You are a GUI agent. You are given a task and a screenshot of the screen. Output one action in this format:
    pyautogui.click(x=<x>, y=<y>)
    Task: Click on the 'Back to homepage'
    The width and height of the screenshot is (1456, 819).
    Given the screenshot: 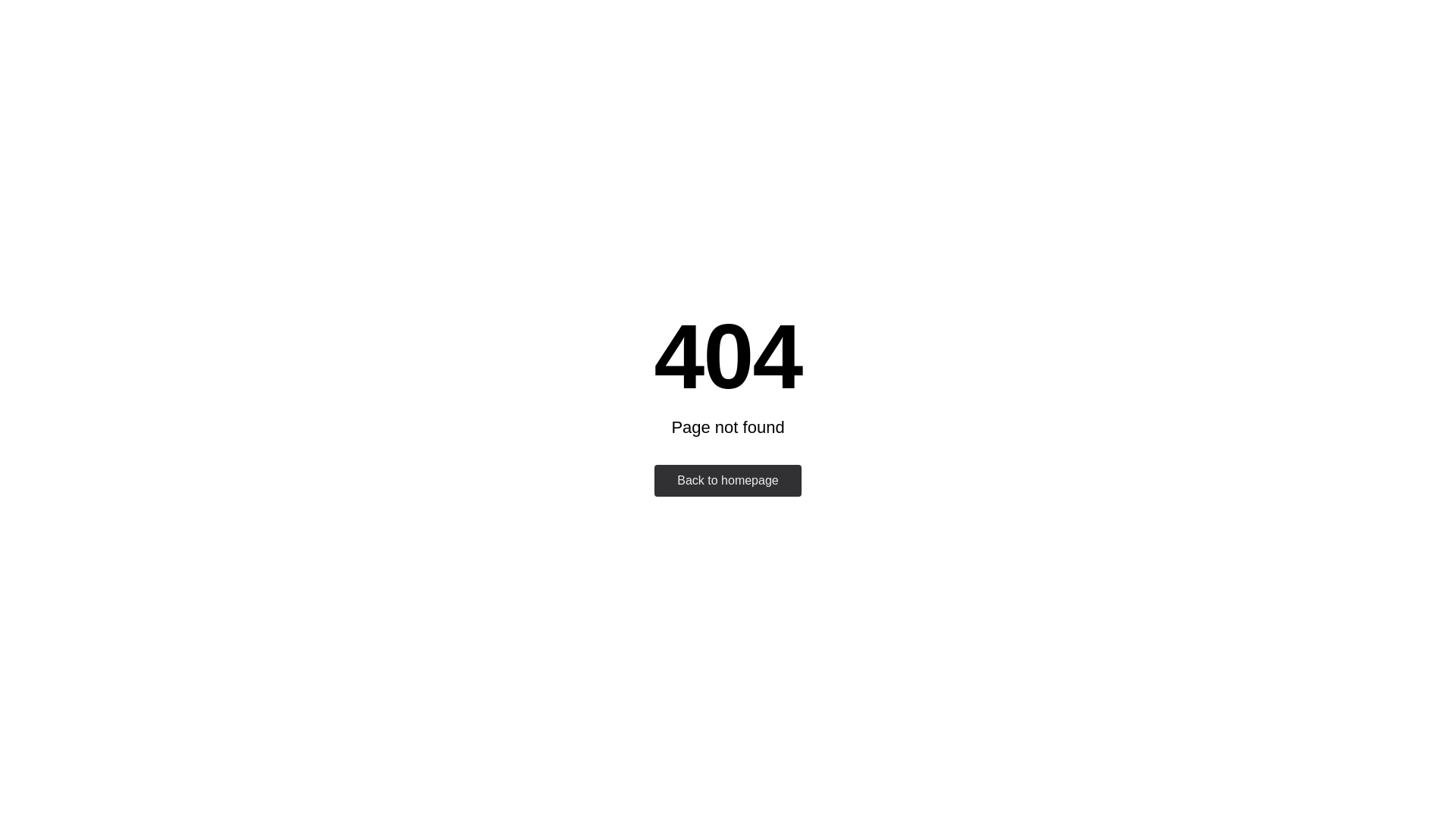 What is the action you would take?
    pyautogui.click(x=726, y=480)
    